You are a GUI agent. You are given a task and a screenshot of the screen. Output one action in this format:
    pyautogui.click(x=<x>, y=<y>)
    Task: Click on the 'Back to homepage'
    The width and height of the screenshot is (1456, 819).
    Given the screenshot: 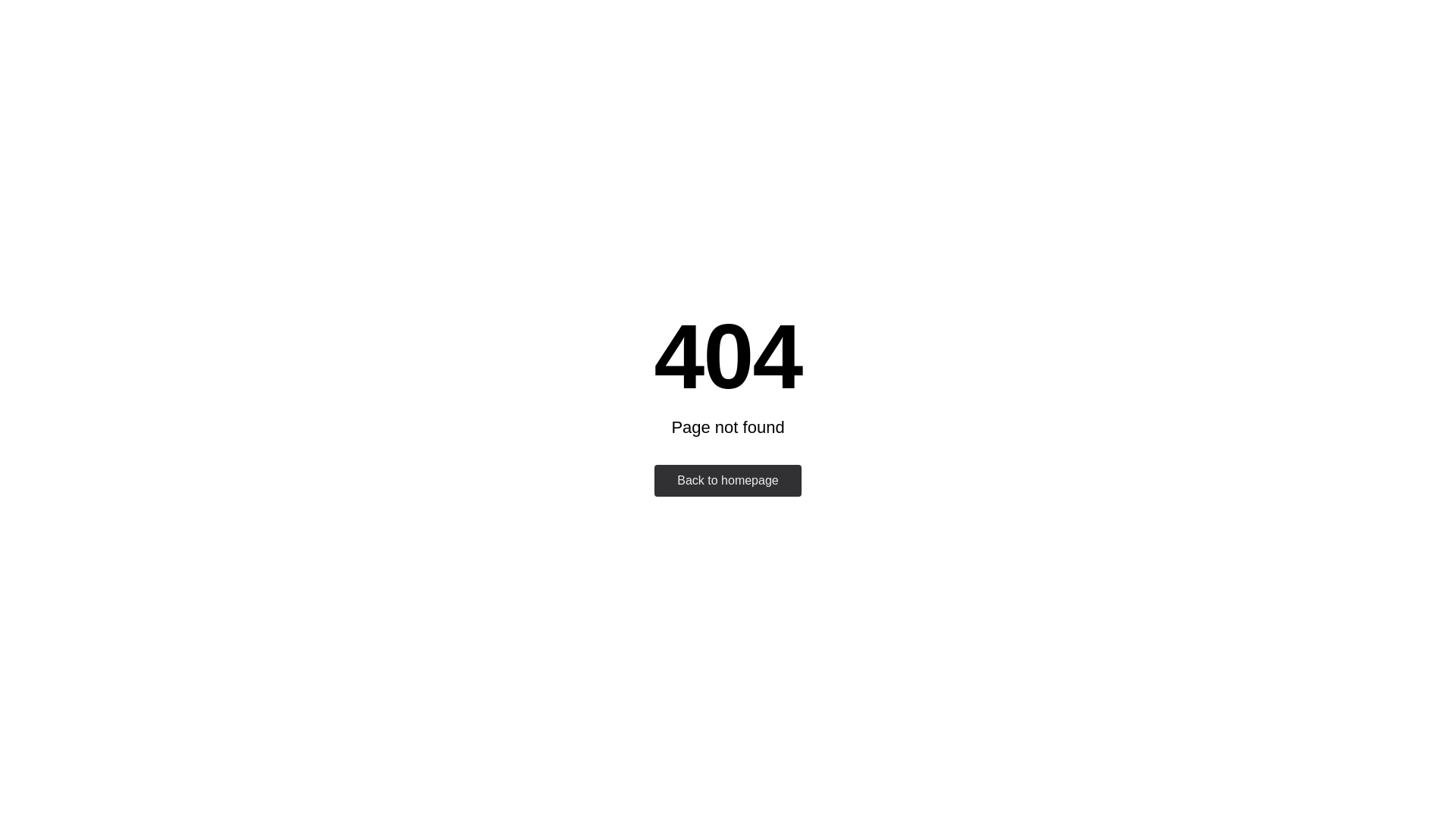 What is the action you would take?
    pyautogui.click(x=726, y=480)
    